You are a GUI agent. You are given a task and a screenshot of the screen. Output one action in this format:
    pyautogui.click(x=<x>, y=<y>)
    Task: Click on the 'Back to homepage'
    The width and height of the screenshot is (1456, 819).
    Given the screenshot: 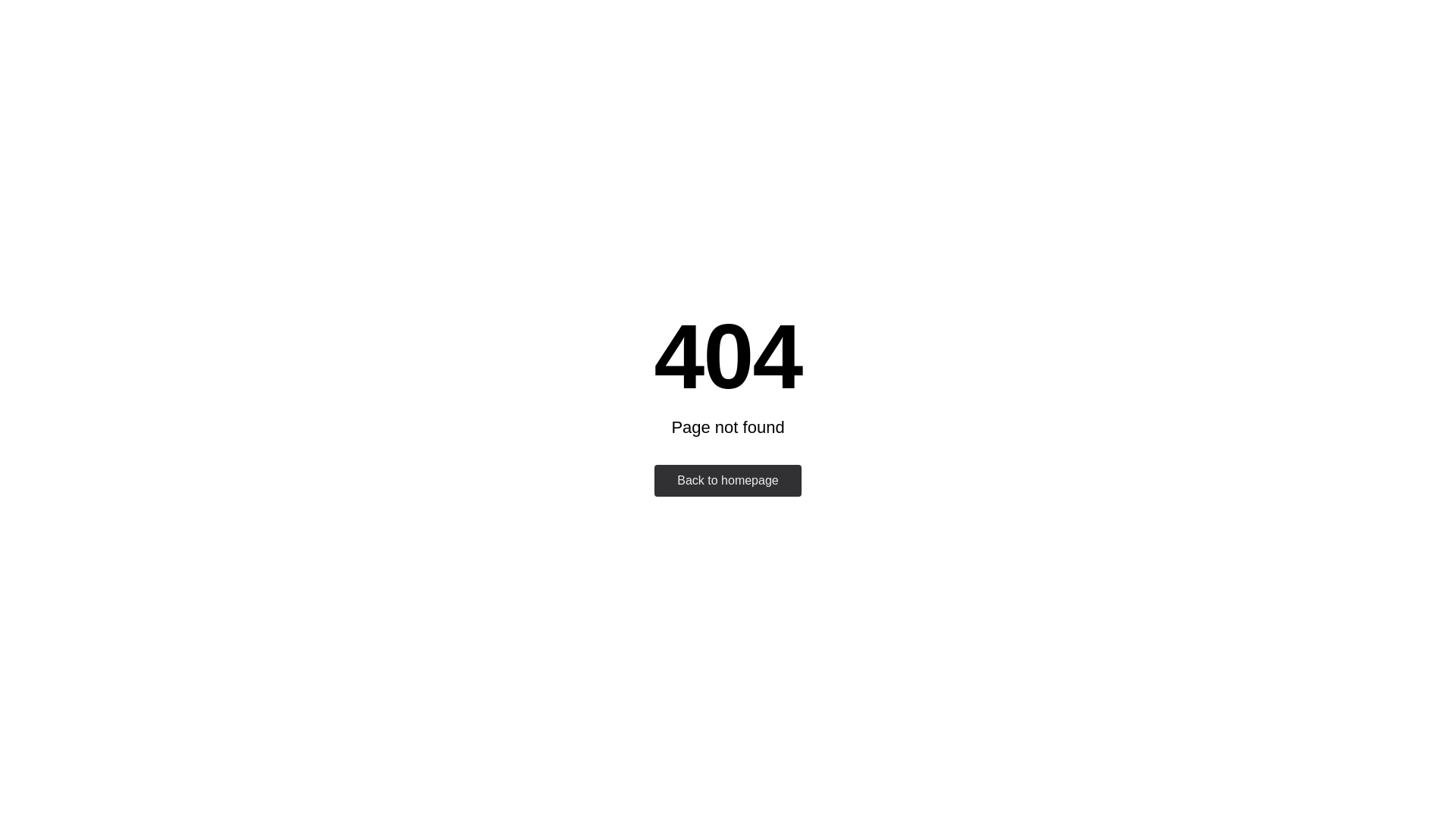 What is the action you would take?
    pyautogui.click(x=726, y=480)
    